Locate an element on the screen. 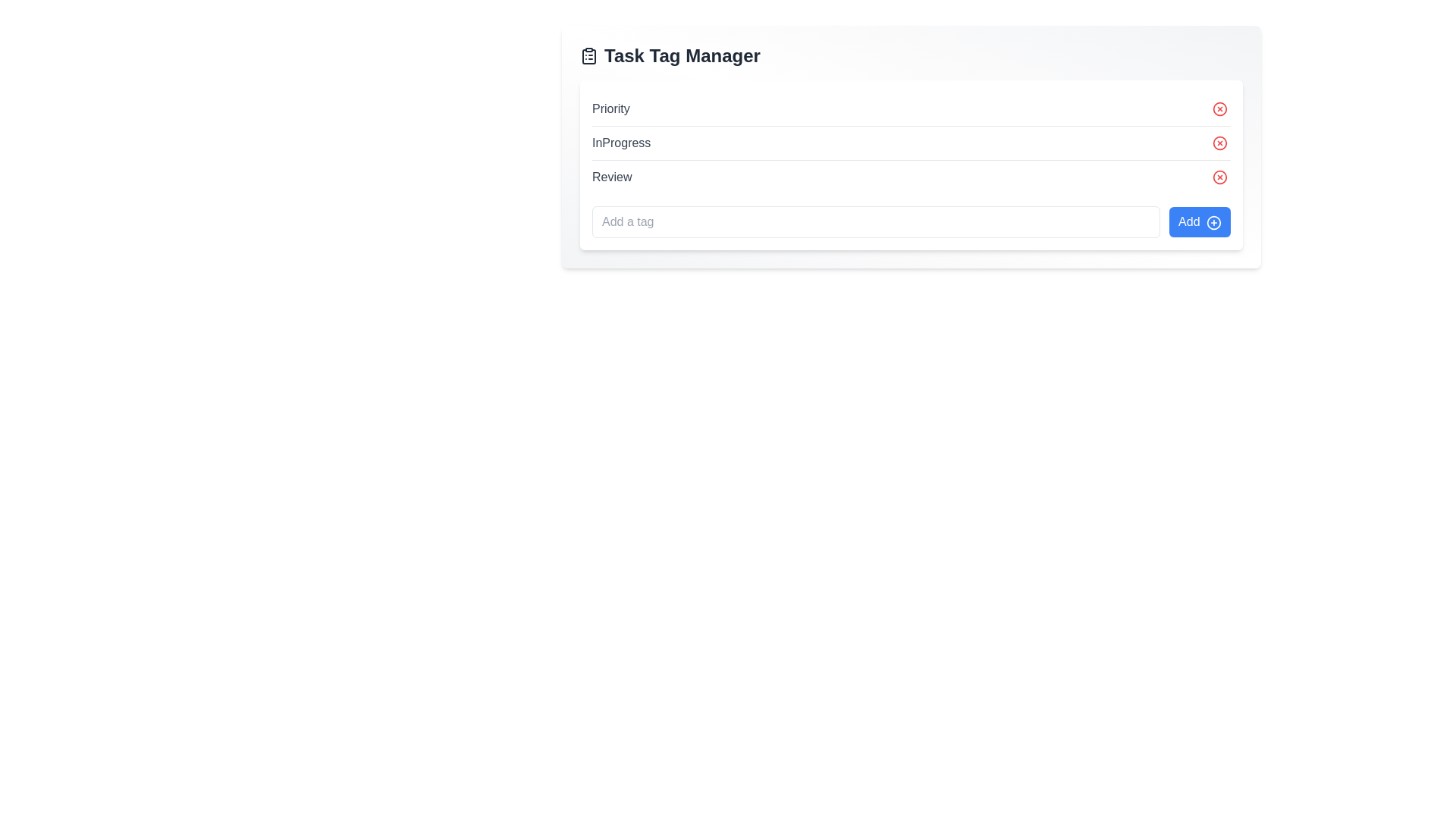 This screenshot has height=819, width=1456. the status display element located under 'Task Tag Manager' to focus on it is located at coordinates (910, 143).